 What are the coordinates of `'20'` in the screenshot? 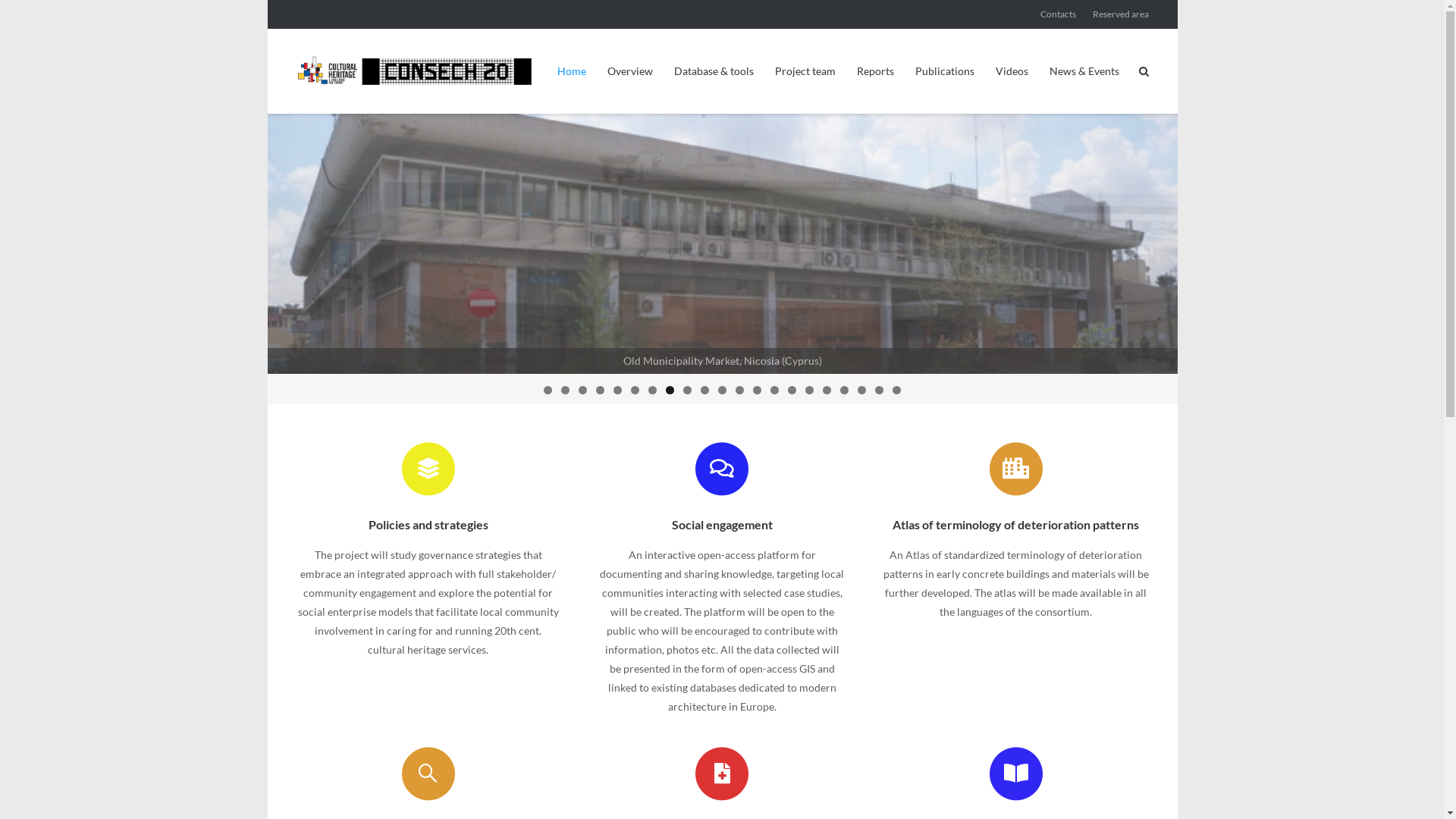 It's located at (879, 389).